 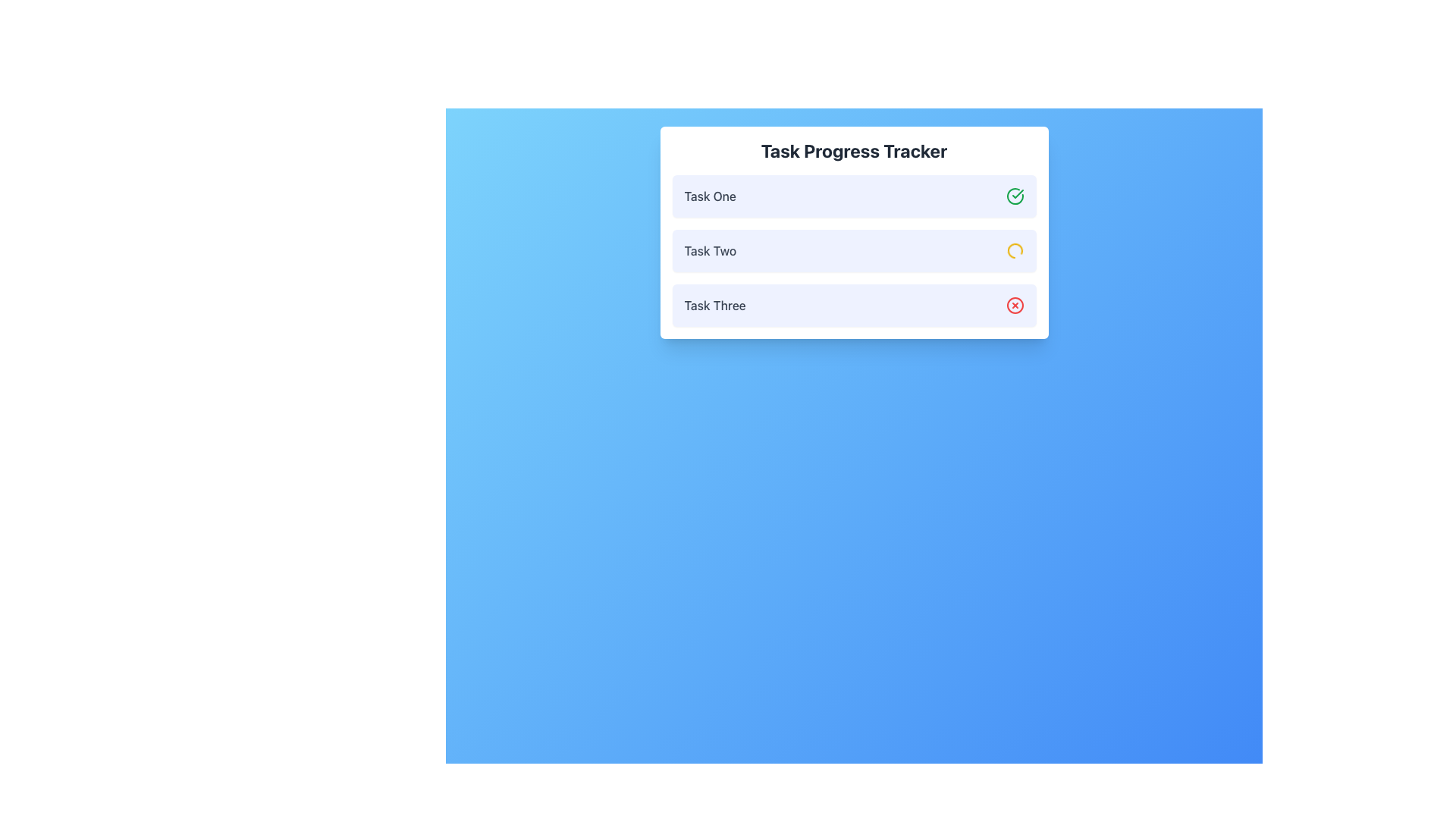 I want to click on text content of the prominent title labeled 'Task Progress Tracker', which is displayed in a bold and large font at the top of the card layout, so click(x=854, y=151).